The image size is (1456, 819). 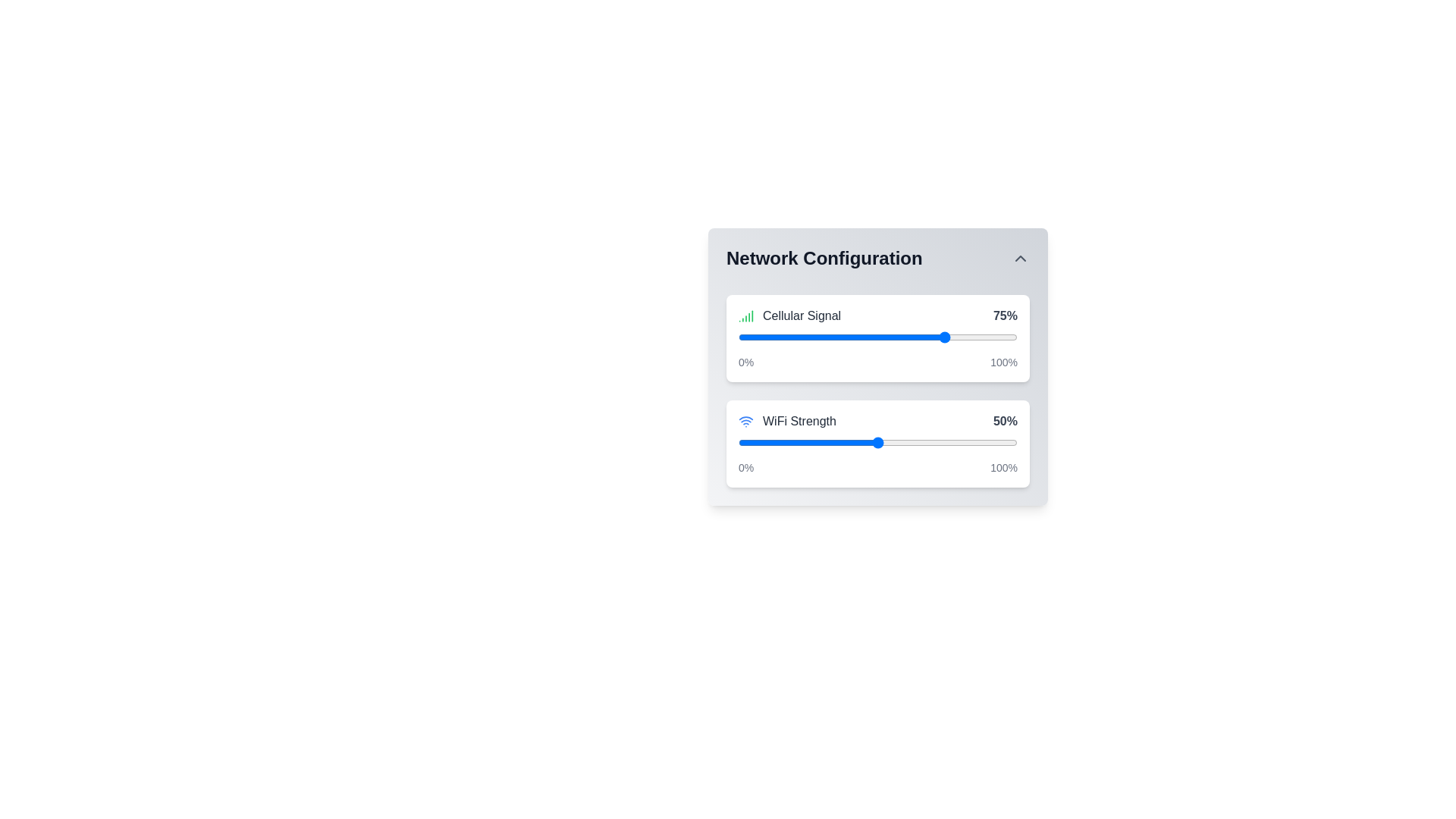 What do you see at coordinates (802, 336) in the screenshot?
I see `the cellular signal strength` at bounding box center [802, 336].